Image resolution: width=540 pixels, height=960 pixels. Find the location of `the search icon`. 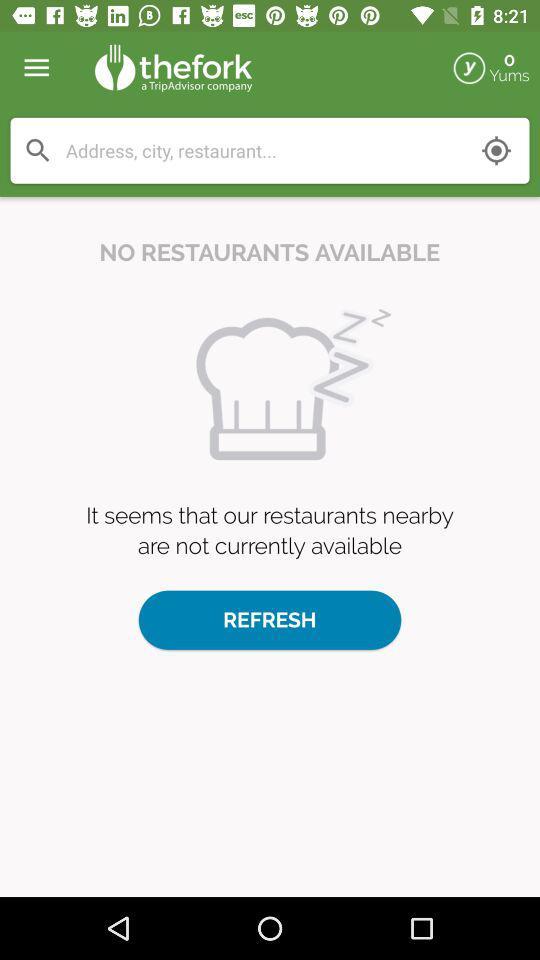

the search icon is located at coordinates (38, 150).